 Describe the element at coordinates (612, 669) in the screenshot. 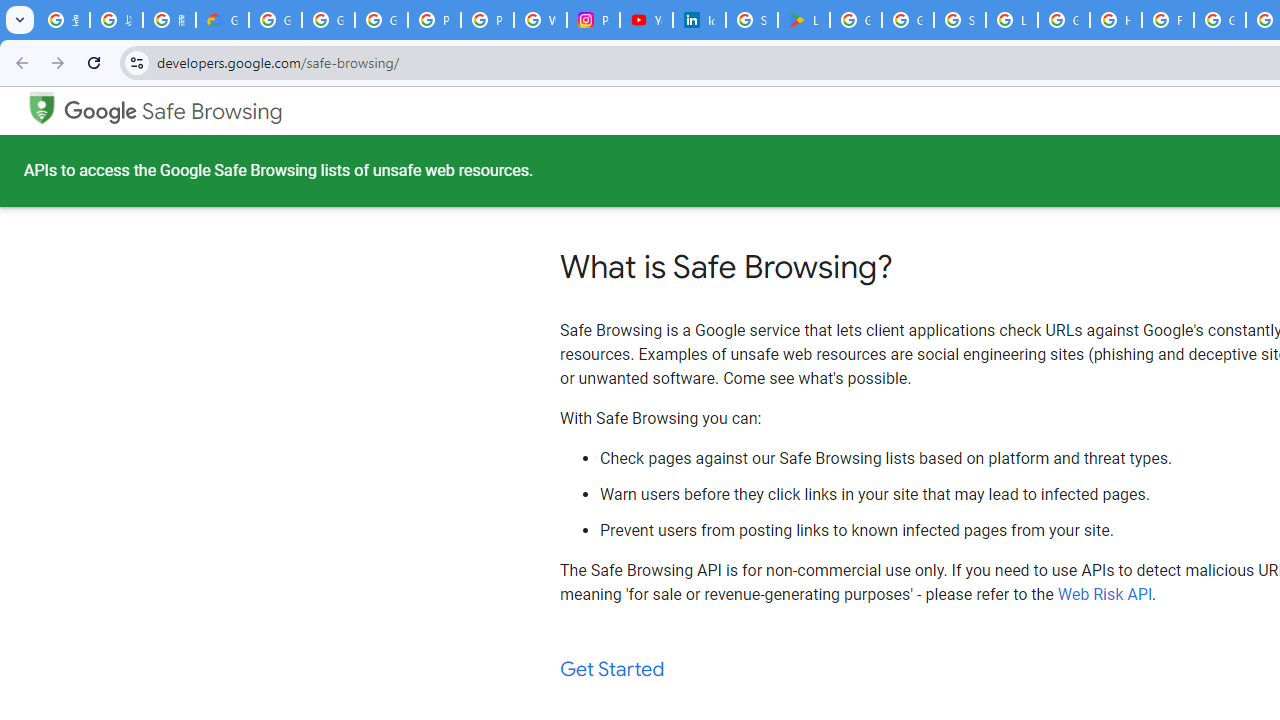

I see `'Get Started'` at that location.